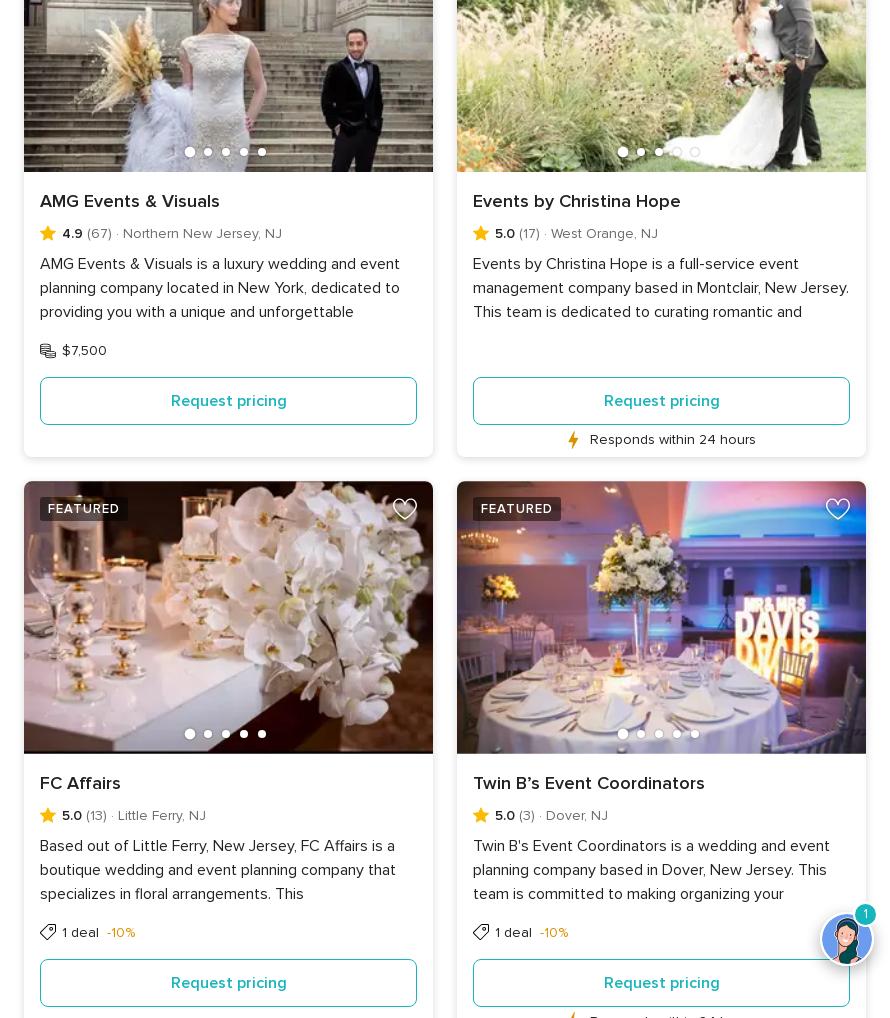 Image resolution: width=890 pixels, height=1018 pixels. I want to click on '(17)', so click(517, 232).